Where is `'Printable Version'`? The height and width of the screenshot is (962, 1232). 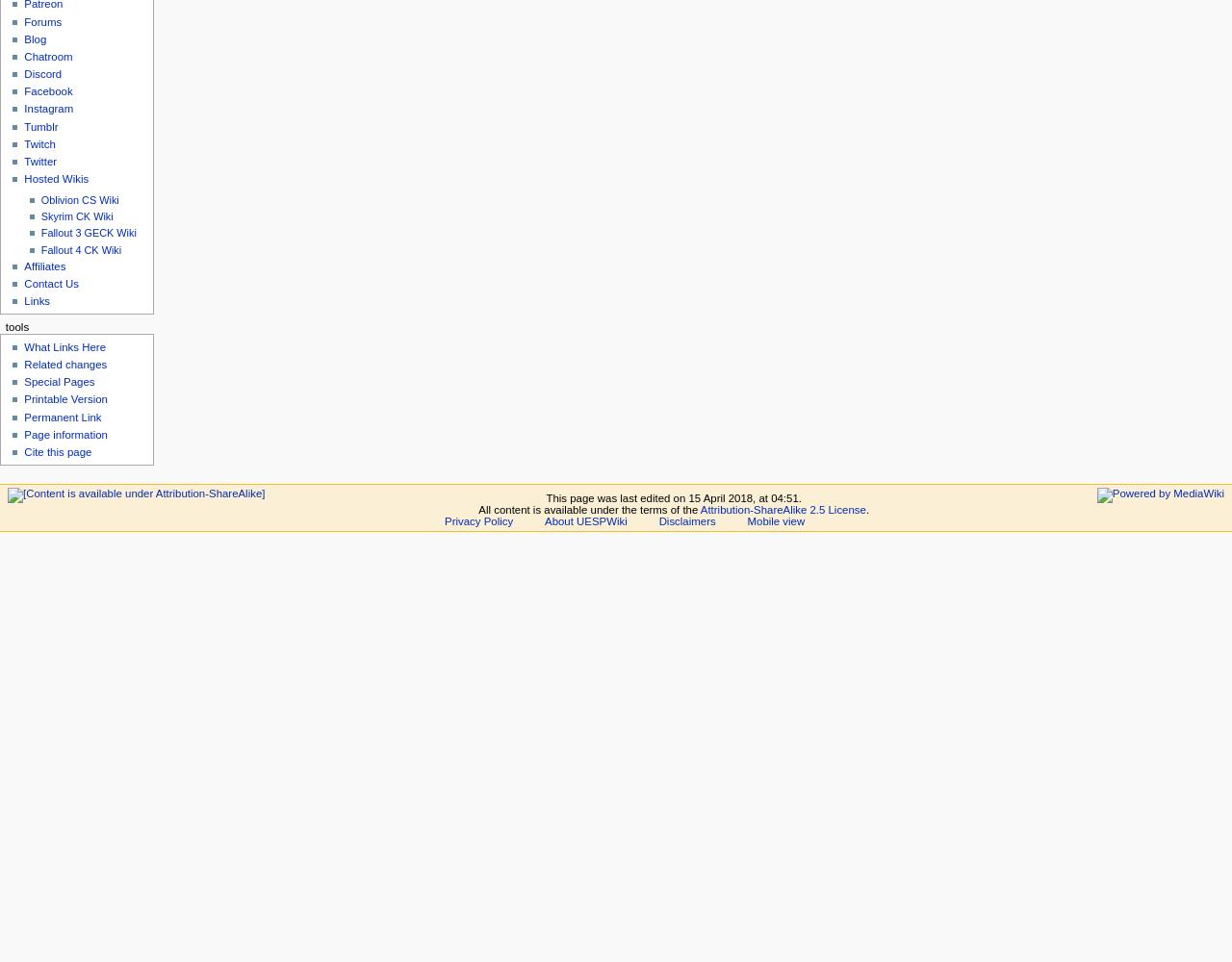
'Printable Version' is located at coordinates (64, 399).